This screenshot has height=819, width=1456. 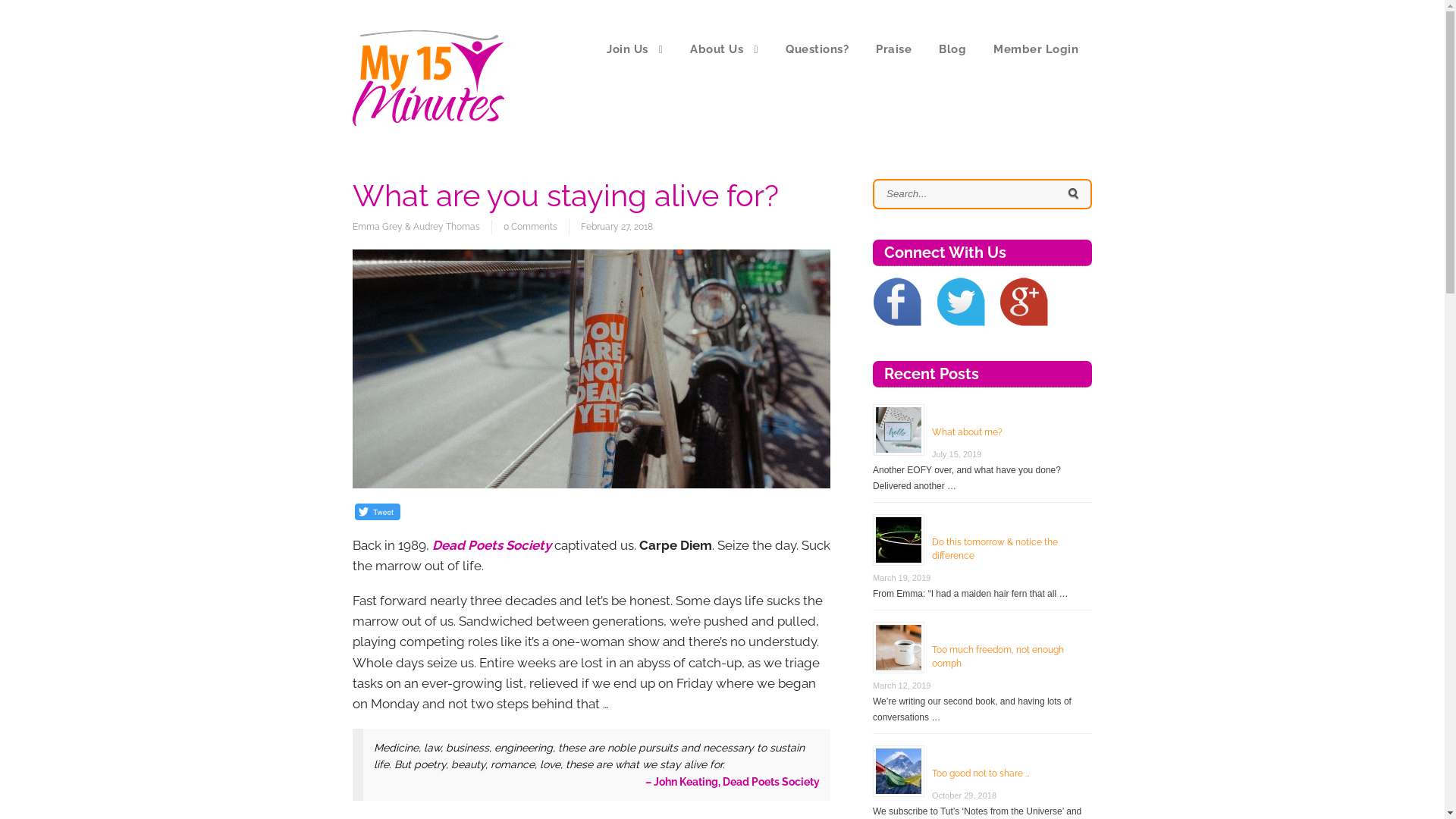 I want to click on 'Join Us', so click(x=634, y=49).